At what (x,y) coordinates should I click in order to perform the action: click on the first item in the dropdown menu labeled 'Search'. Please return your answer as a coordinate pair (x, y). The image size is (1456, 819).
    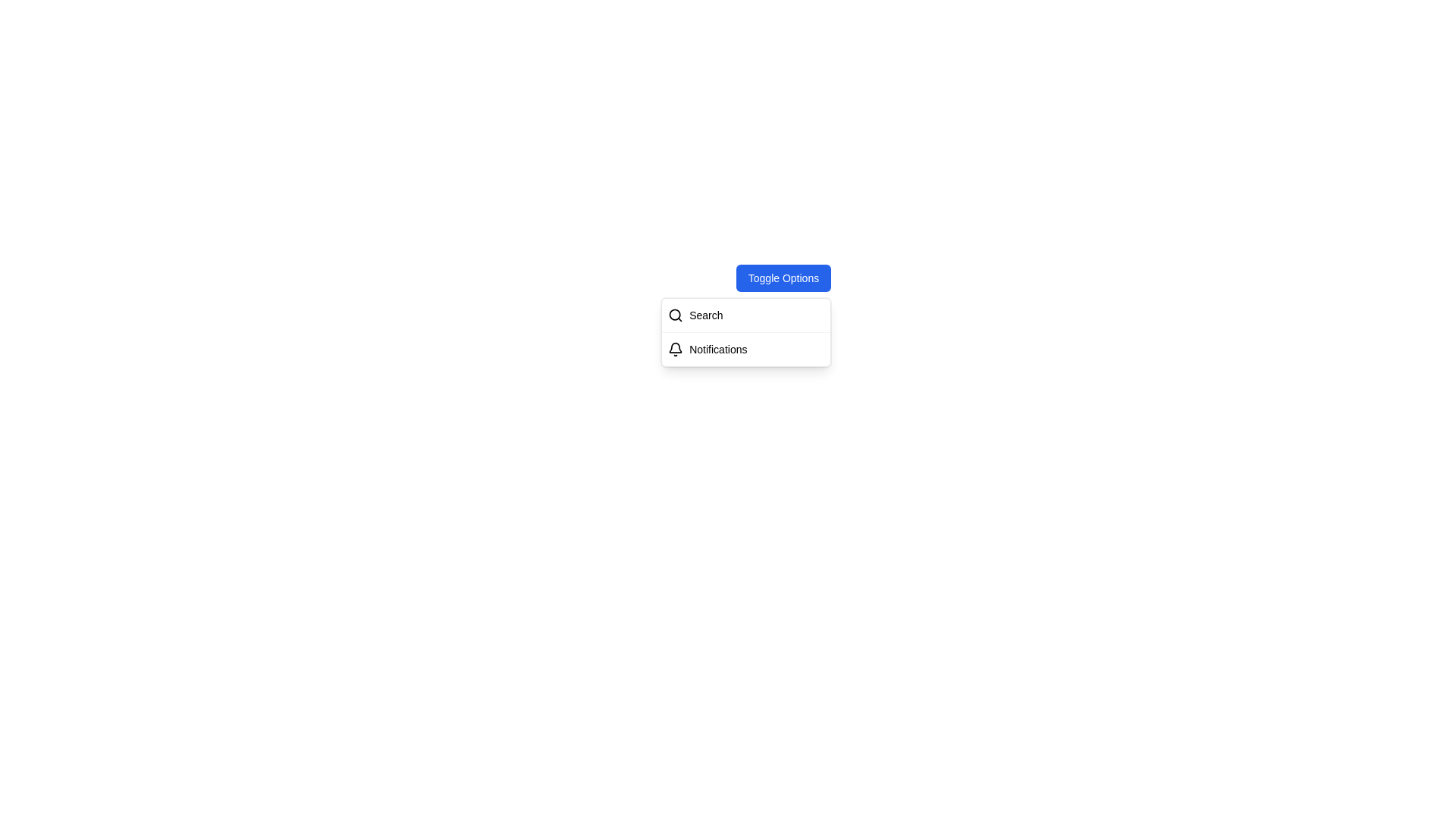
    Looking at the image, I should click on (746, 315).